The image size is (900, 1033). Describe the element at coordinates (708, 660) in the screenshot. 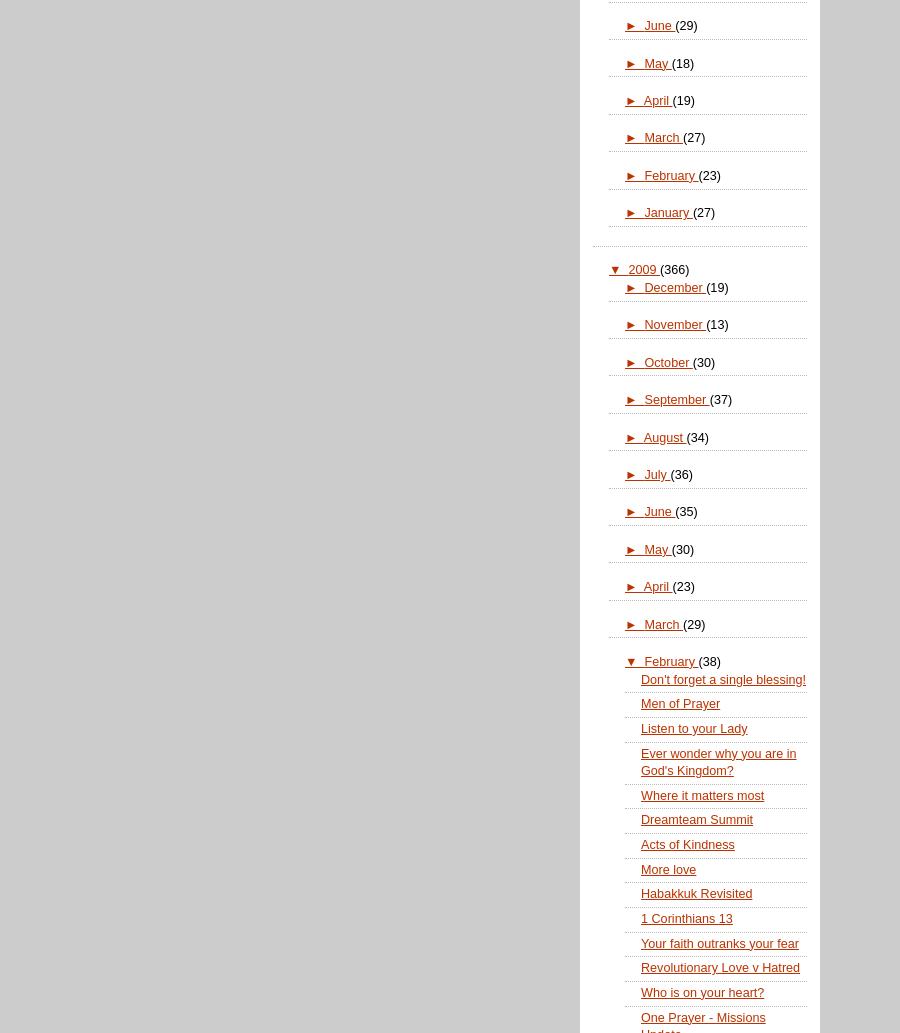

I see `'(38)'` at that location.